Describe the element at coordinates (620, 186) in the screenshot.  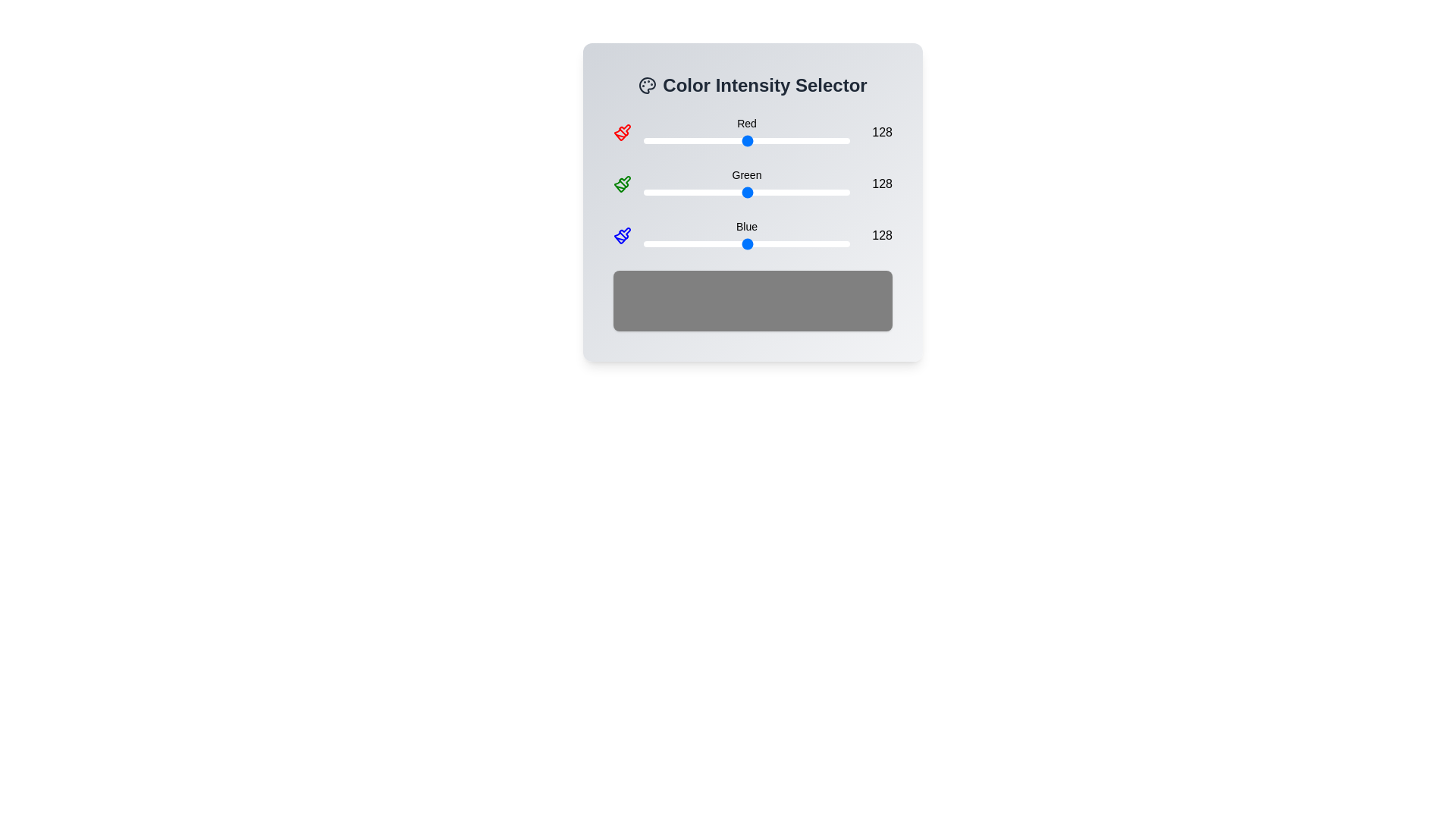
I see `the green-colored paintbrush icon located to the left of the label 'Green' in the Color Intensity Selector interface` at that location.